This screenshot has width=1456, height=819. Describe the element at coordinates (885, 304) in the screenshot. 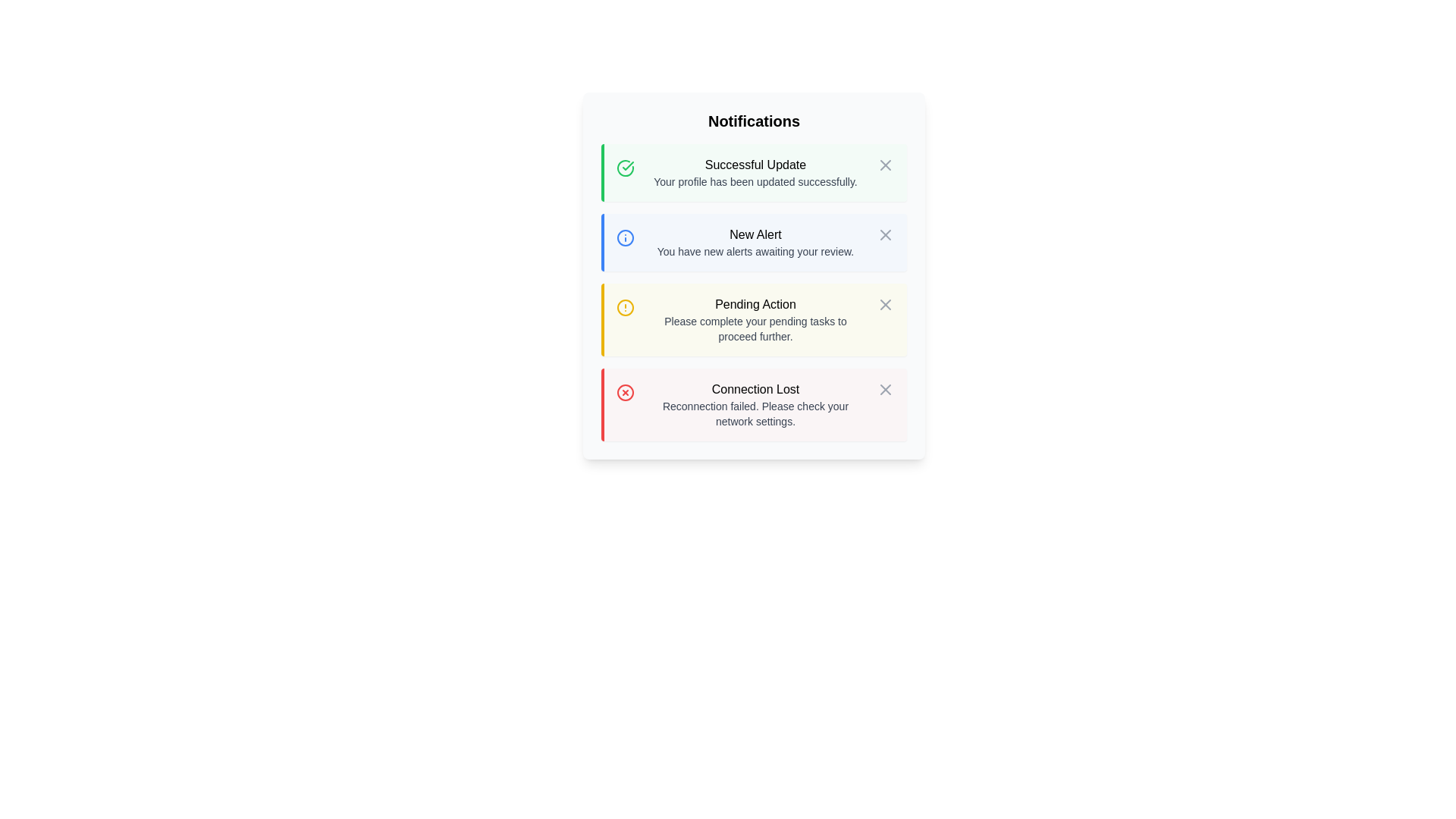

I see `the dismiss button located at the rightmost side of the notification card, which is marked by a yellow vertical line and contains the text 'Pending Action Please complete your pending tasks to proceed further.'` at that location.